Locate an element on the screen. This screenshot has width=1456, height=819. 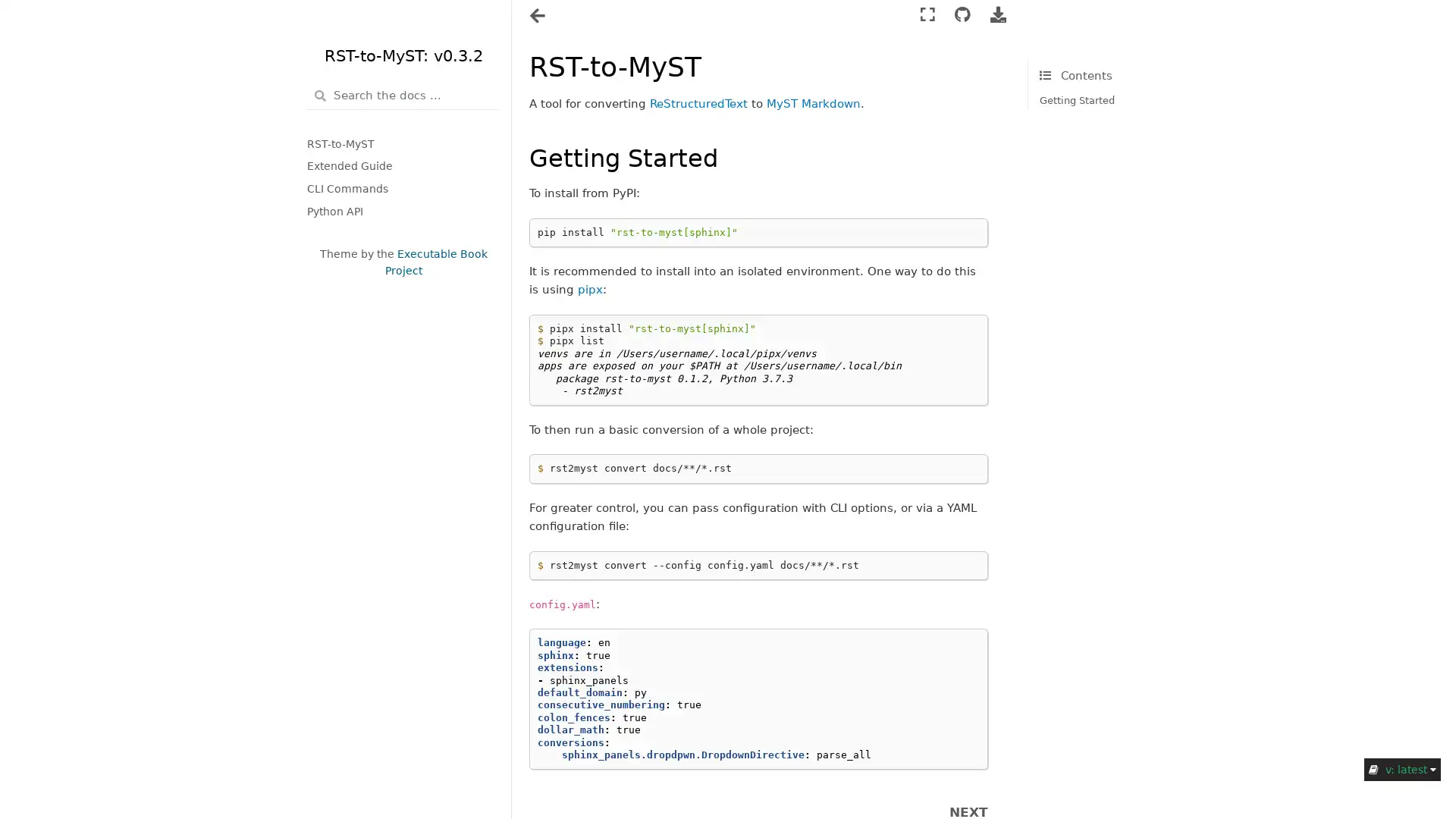
Download this page is located at coordinates (997, 15).